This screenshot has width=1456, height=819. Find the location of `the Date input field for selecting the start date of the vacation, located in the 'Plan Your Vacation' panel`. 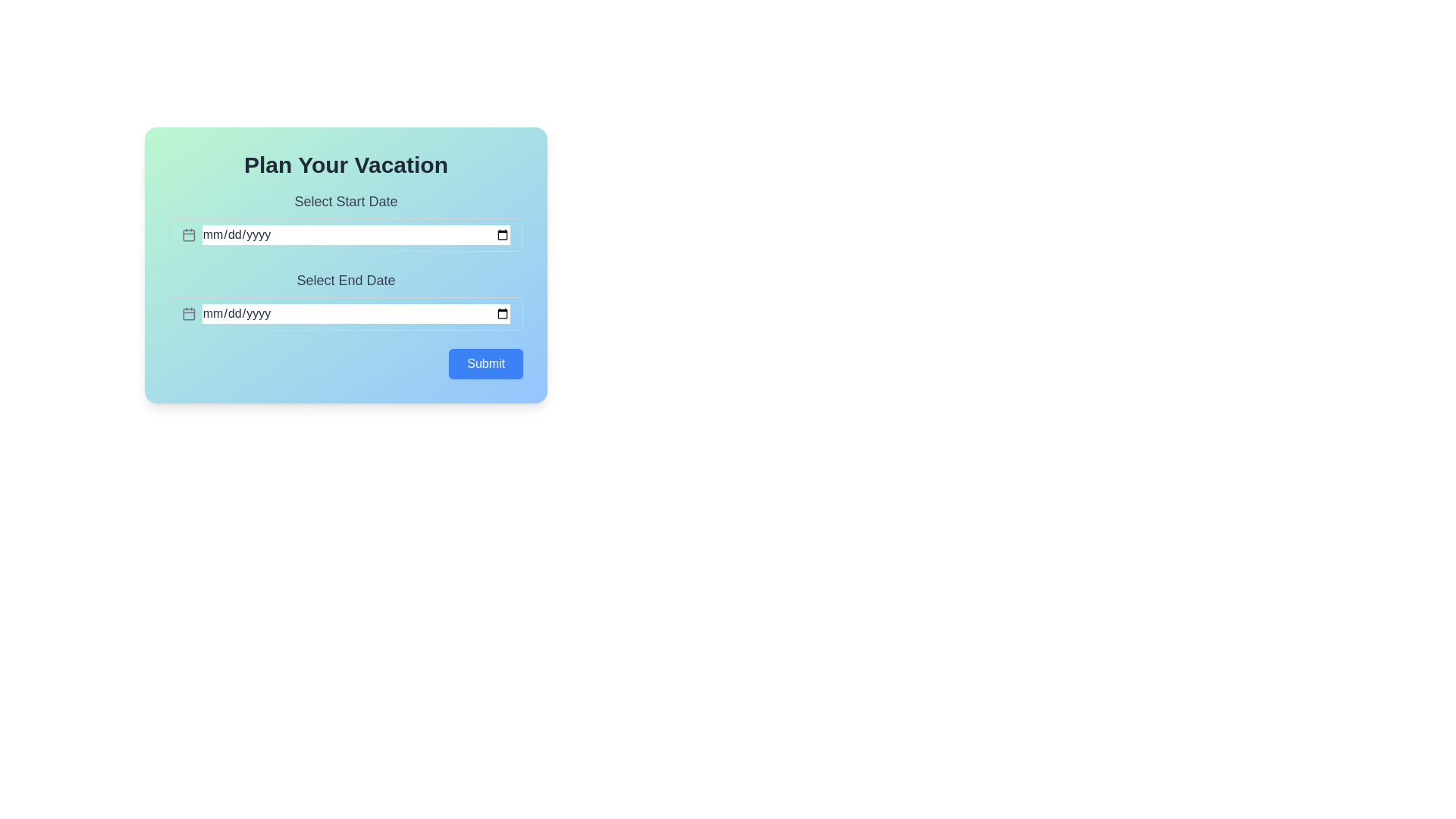

the Date input field for selecting the start date of the vacation, located in the 'Plan Your Vacation' panel is located at coordinates (345, 221).